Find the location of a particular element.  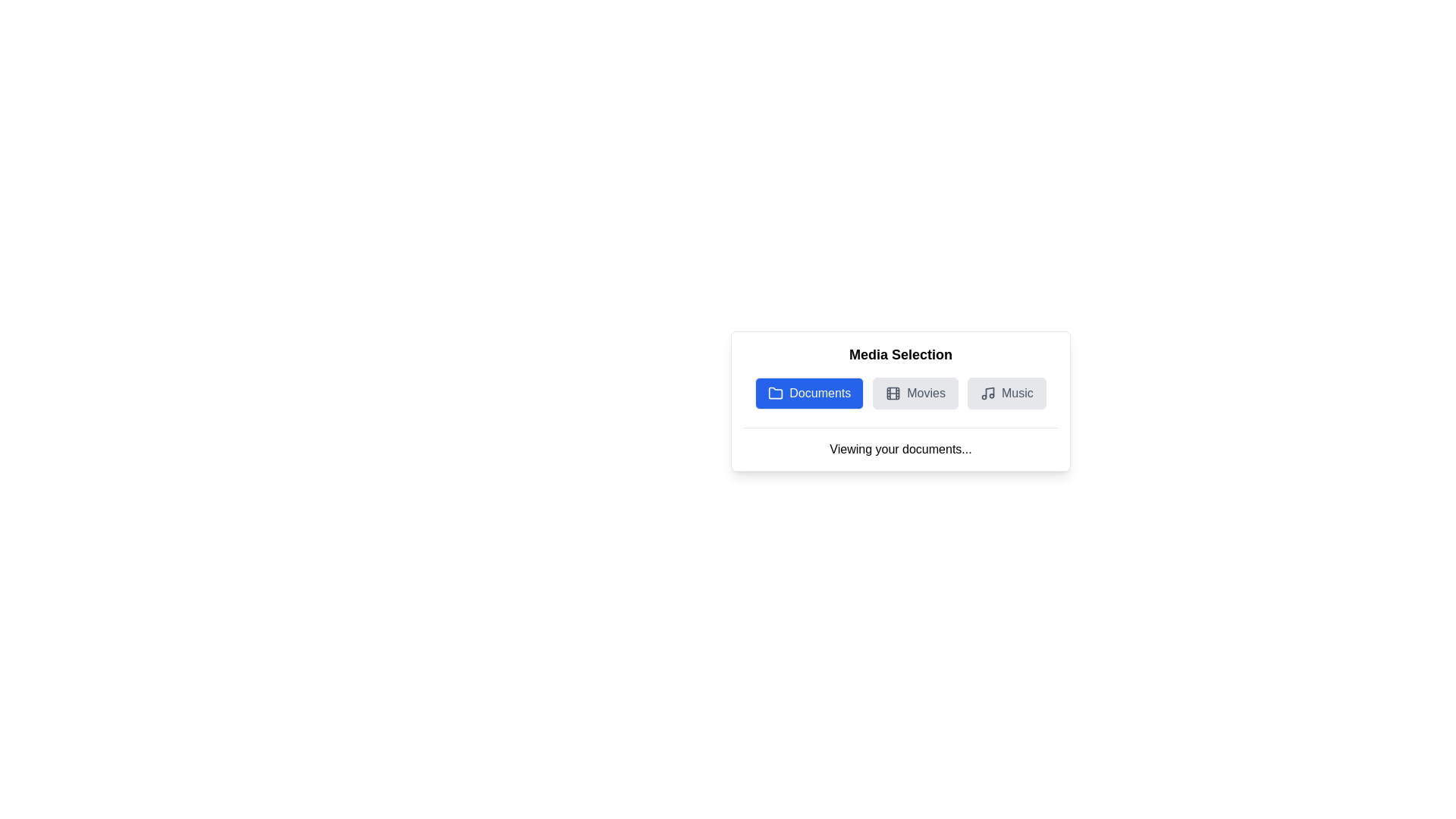

the SVG rectangle that serves as the background base for an icon, located at the top-left corner of the icon's group in the media selection interface is located at coordinates (893, 393).